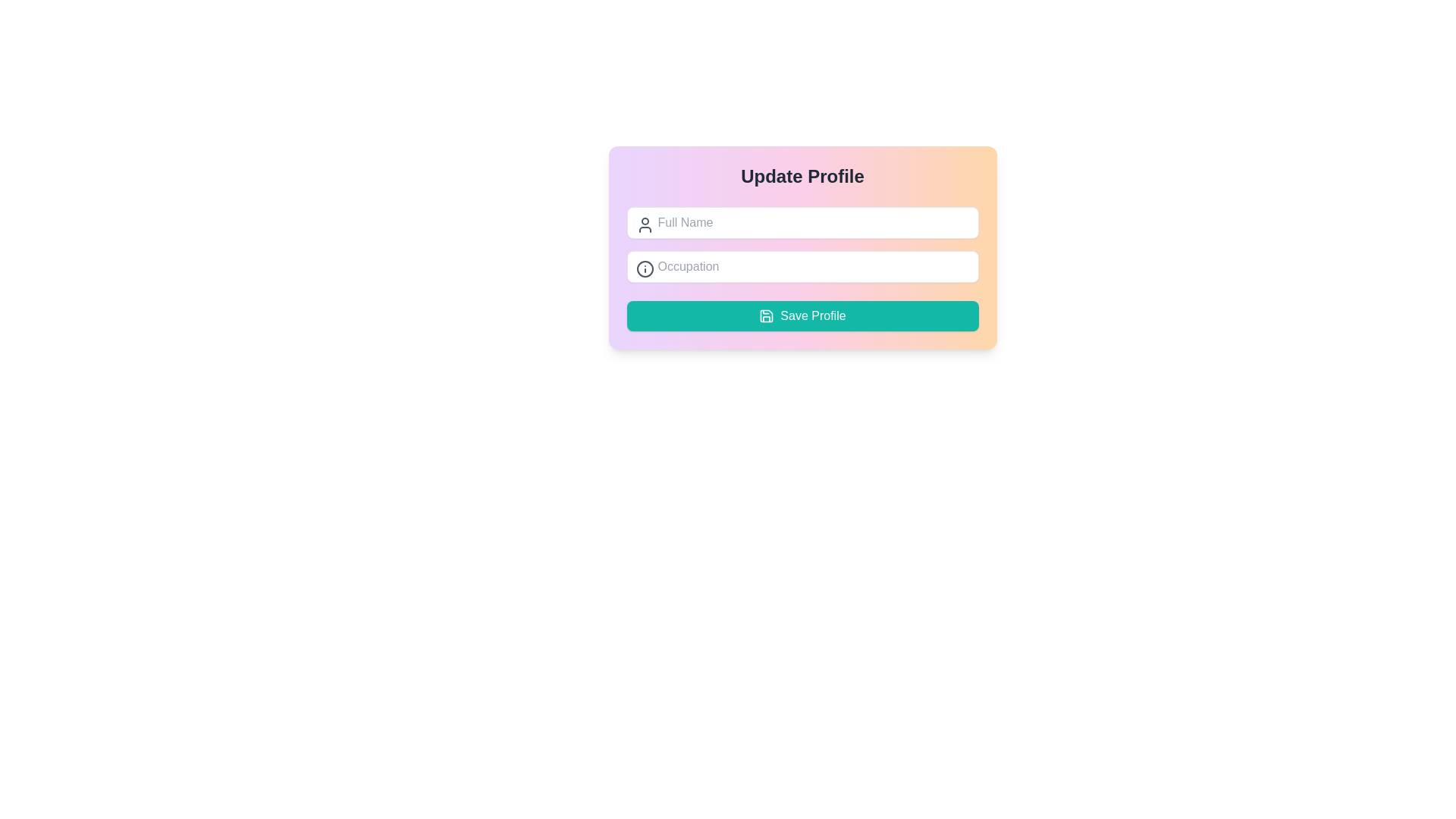 The image size is (1456, 819). I want to click on the user icon, which is a minimalistic silhouette of a person, located to the left of the 'Full Name' input field within the 'Update Profile' card, so click(645, 225).